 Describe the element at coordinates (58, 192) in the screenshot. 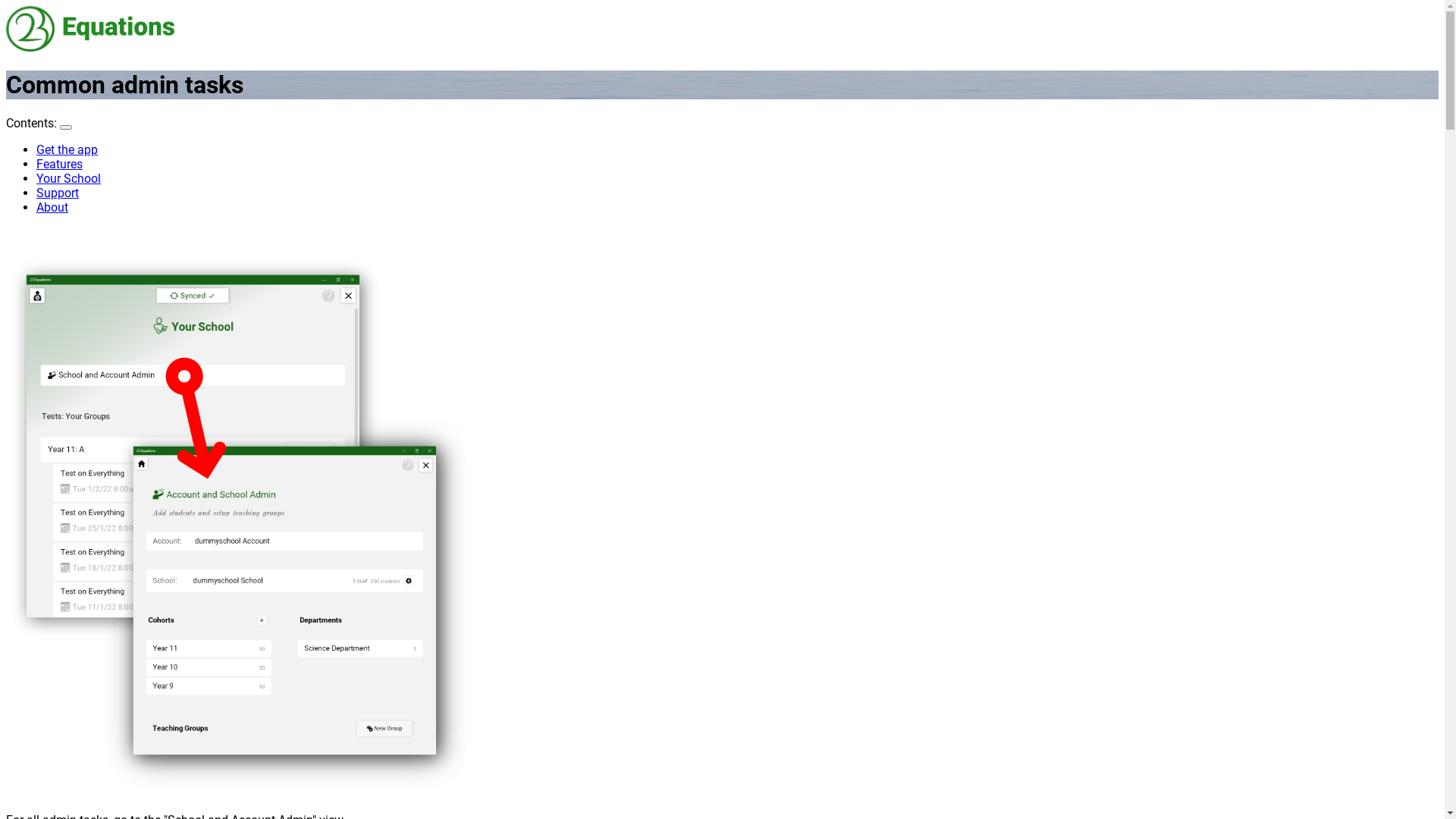

I see `'Support'` at that location.